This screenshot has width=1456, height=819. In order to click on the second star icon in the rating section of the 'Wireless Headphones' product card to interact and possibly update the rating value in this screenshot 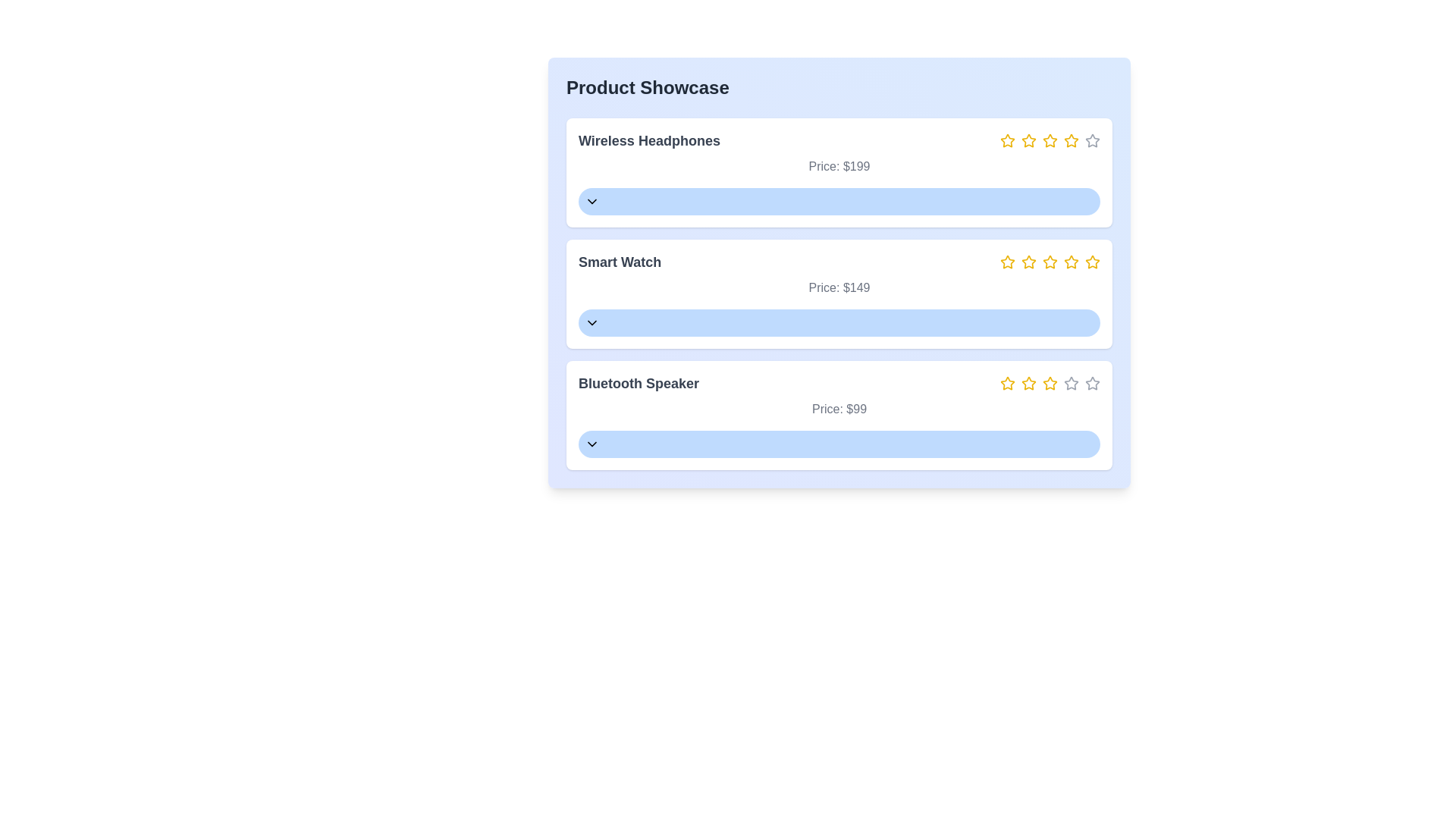, I will do `click(1029, 140)`.